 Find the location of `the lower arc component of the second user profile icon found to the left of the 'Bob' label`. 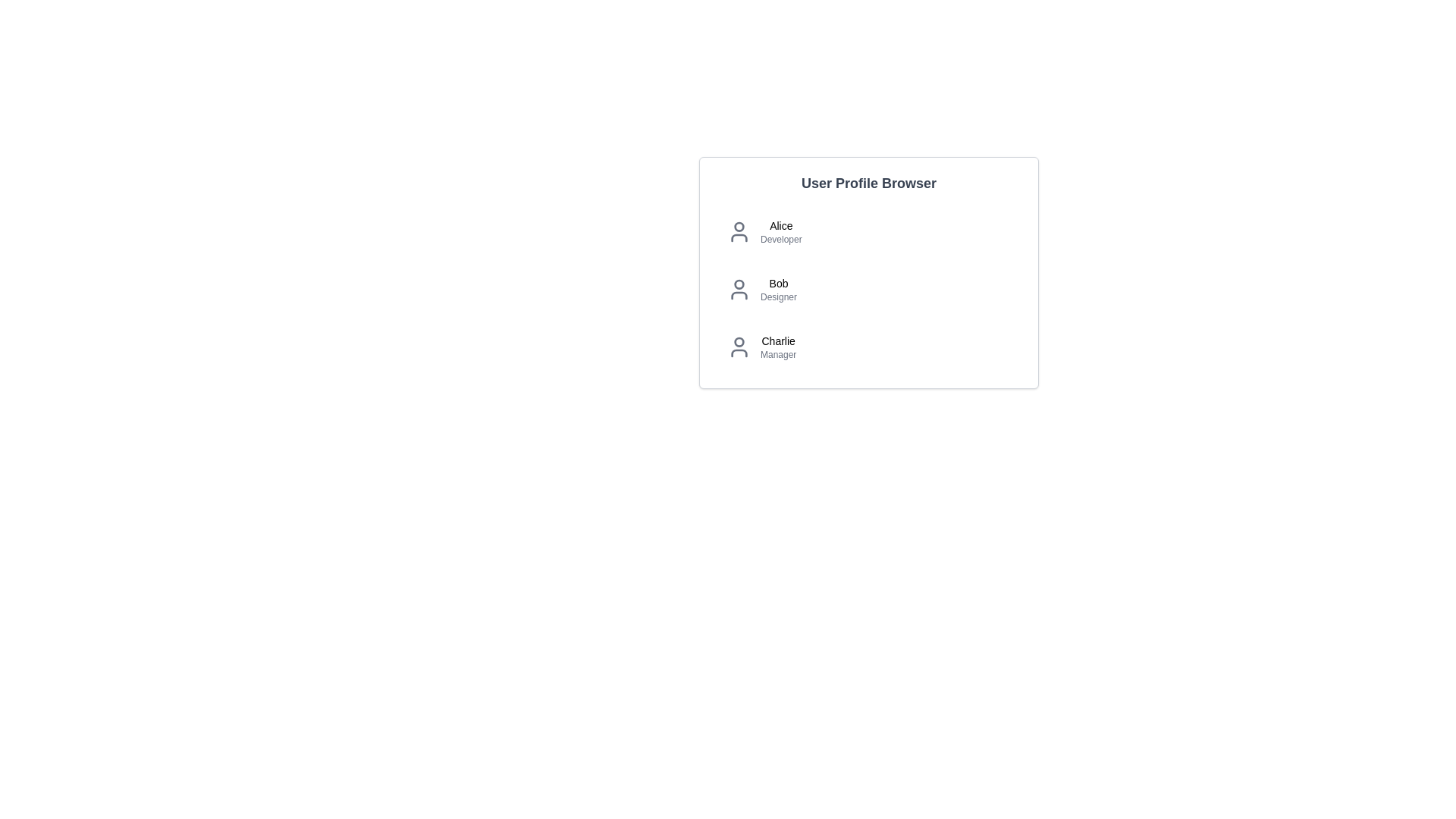

the lower arc component of the second user profile icon found to the left of the 'Bob' label is located at coordinates (739, 295).